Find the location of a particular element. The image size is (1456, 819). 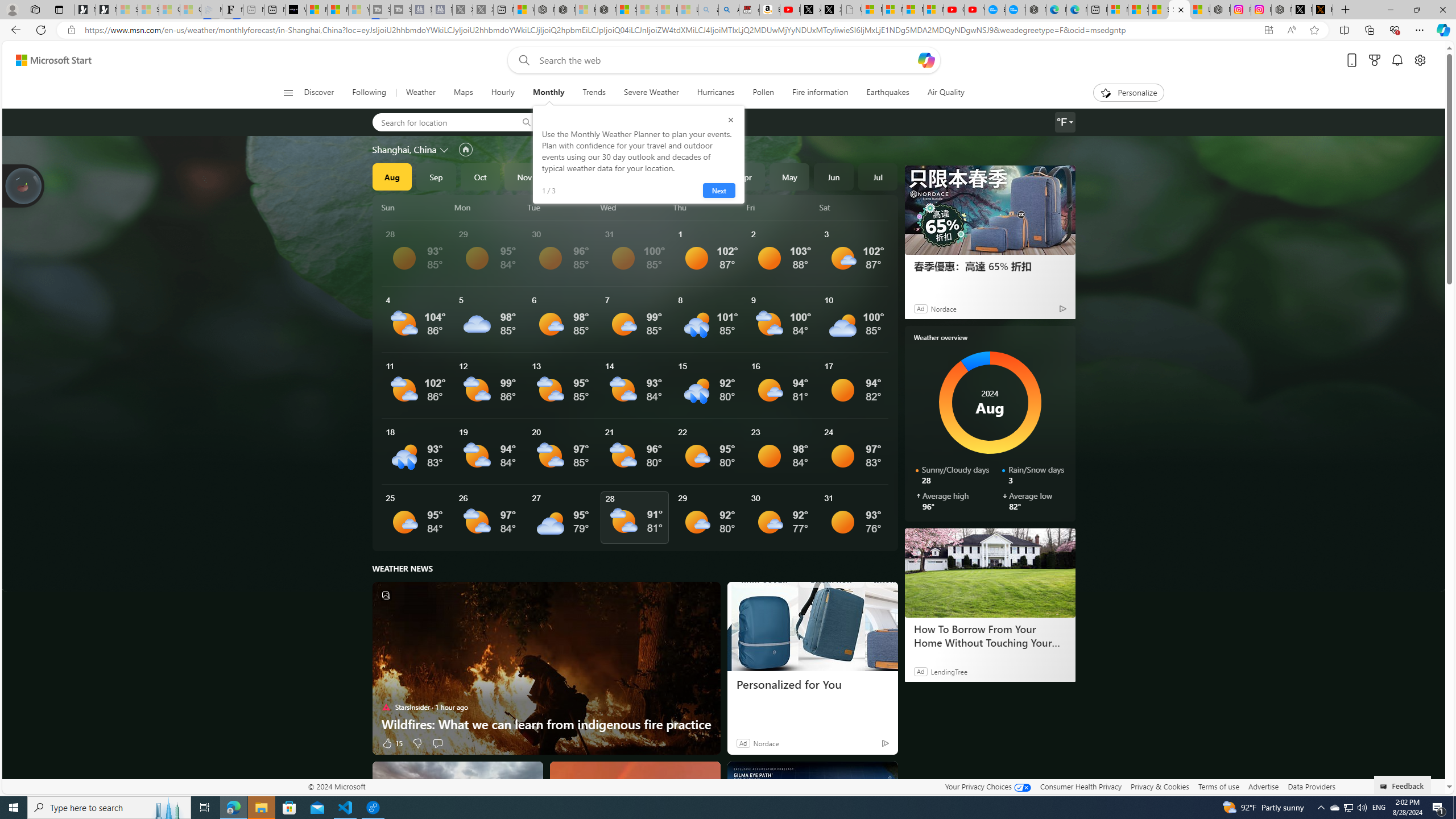

'amazon - Search - Sleeping' is located at coordinates (708, 9).